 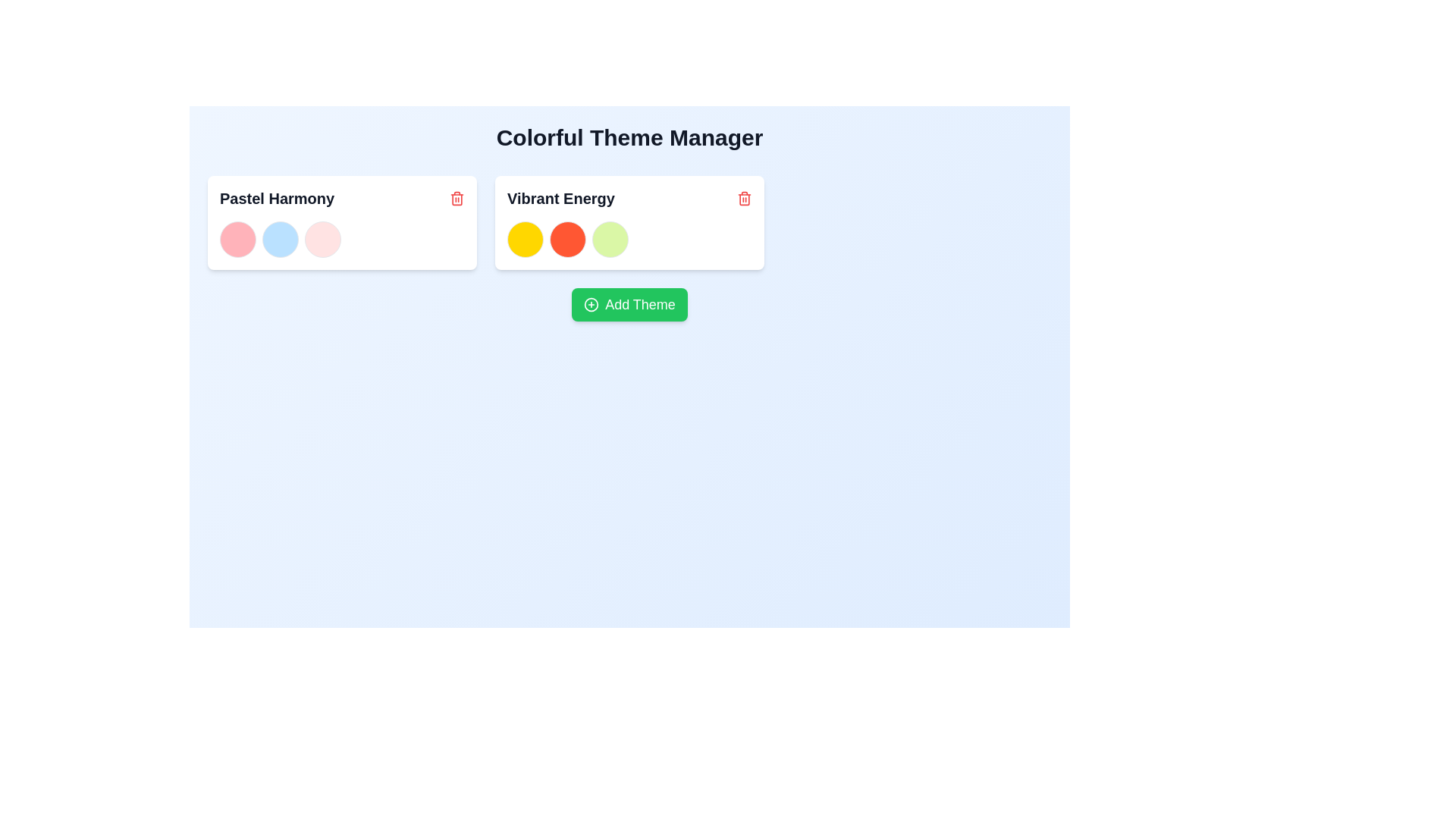 What do you see at coordinates (322, 239) in the screenshot?
I see `the color swatch, which is the third circle from the left inside the 'Pastel Harmony' card located in the top-left corner of the interface` at bounding box center [322, 239].